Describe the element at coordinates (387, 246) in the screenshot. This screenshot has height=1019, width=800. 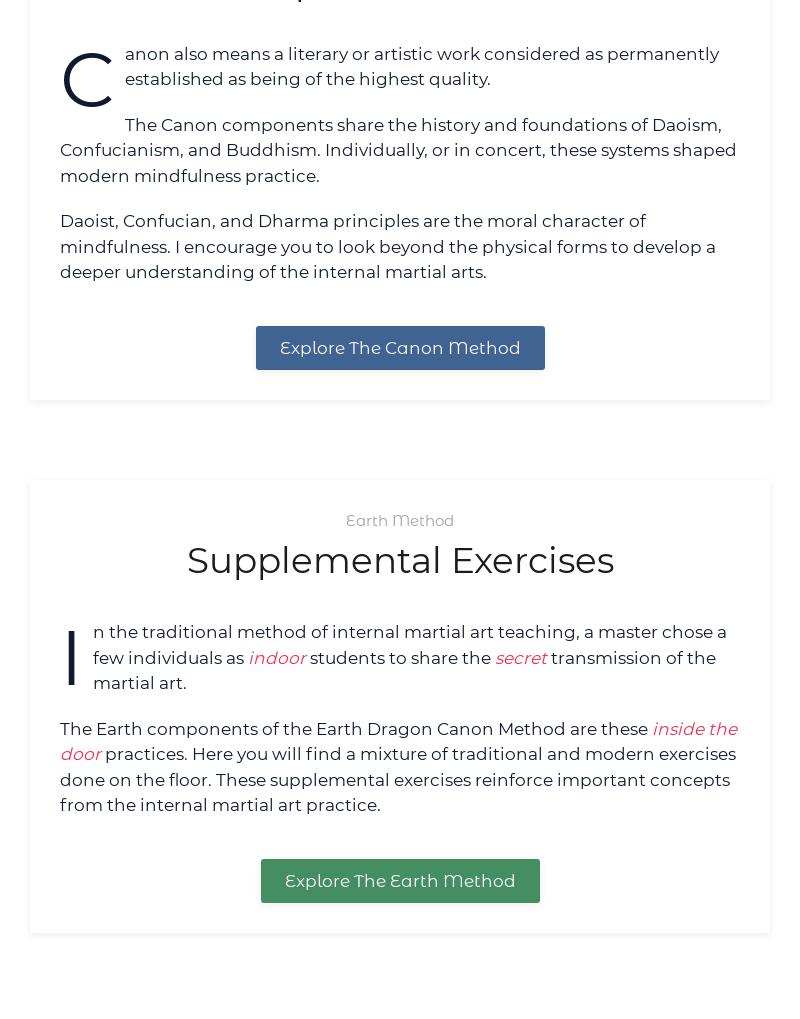
I see `'Daoist, Confucian, and Dharma principles are the moral character of mindfulness. I encourage you to look beyond the physical forms to develop a deeper understanding of the internal martial arts.'` at that location.